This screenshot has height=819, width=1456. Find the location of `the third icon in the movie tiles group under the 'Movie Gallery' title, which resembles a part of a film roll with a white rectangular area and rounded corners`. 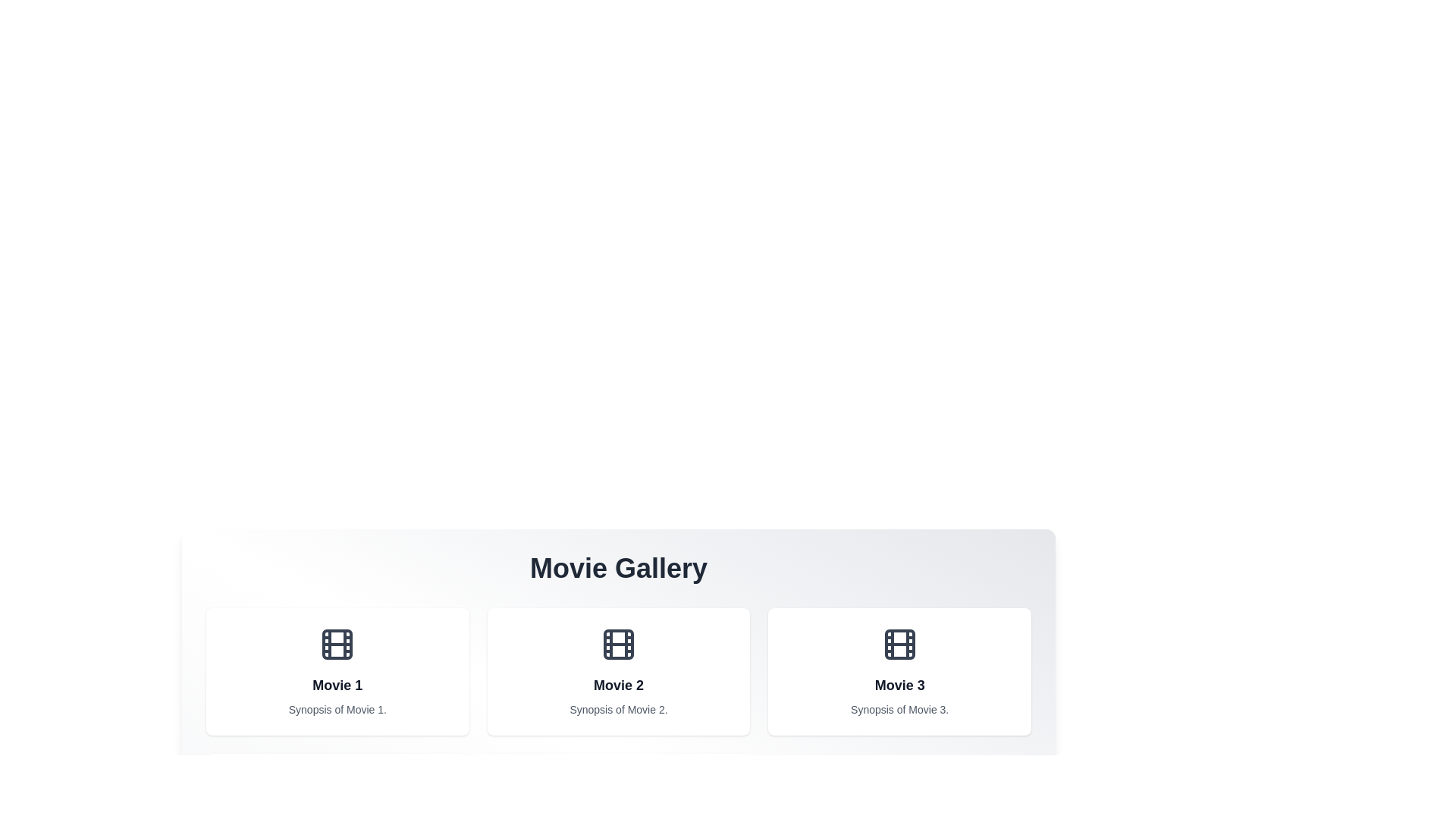

the third icon in the movie tiles group under the 'Movie Gallery' title, which resembles a part of a film roll with a white rectangular area and rounded corners is located at coordinates (899, 644).